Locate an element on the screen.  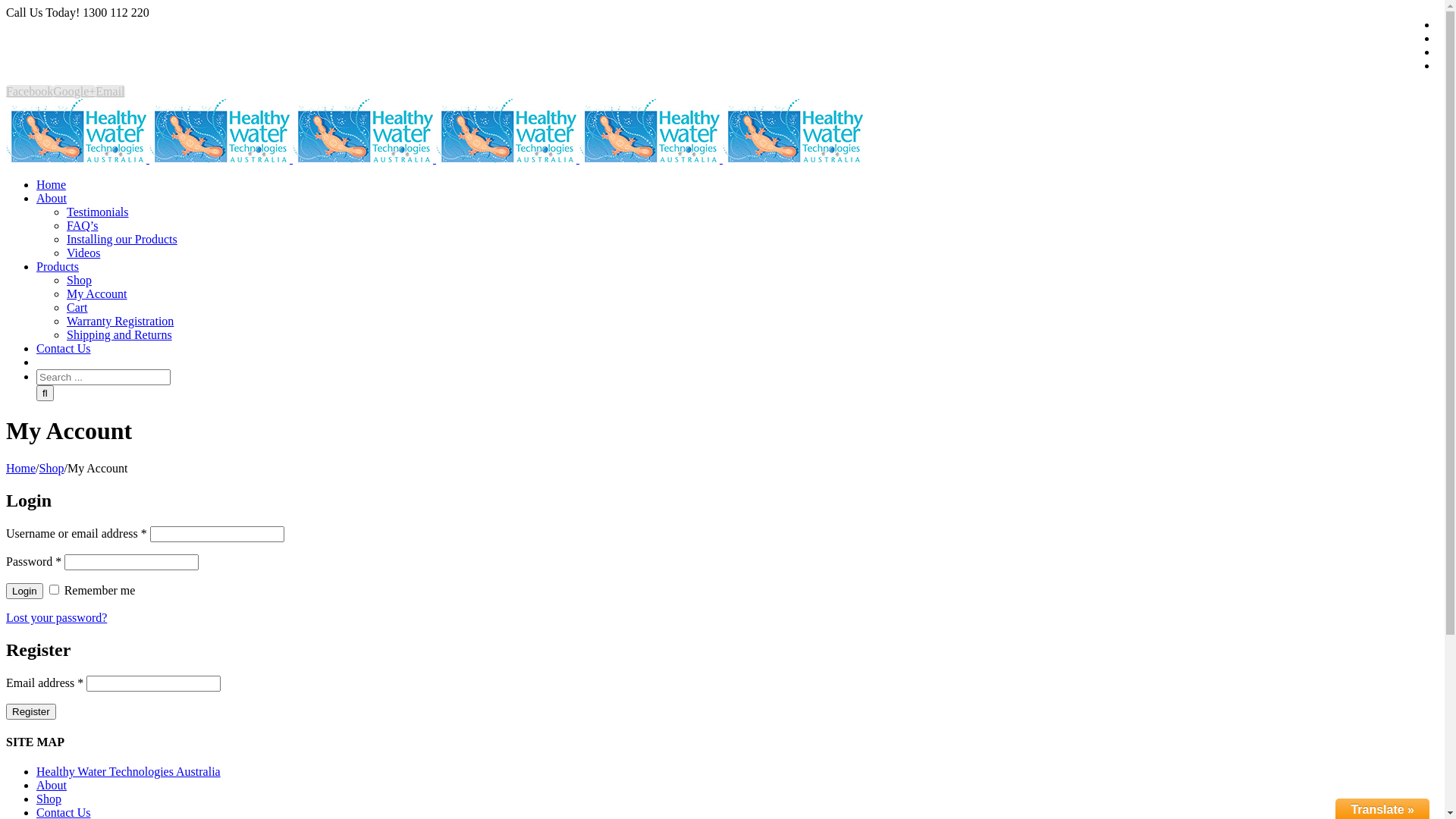
'Google+' is located at coordinates (73, 91).